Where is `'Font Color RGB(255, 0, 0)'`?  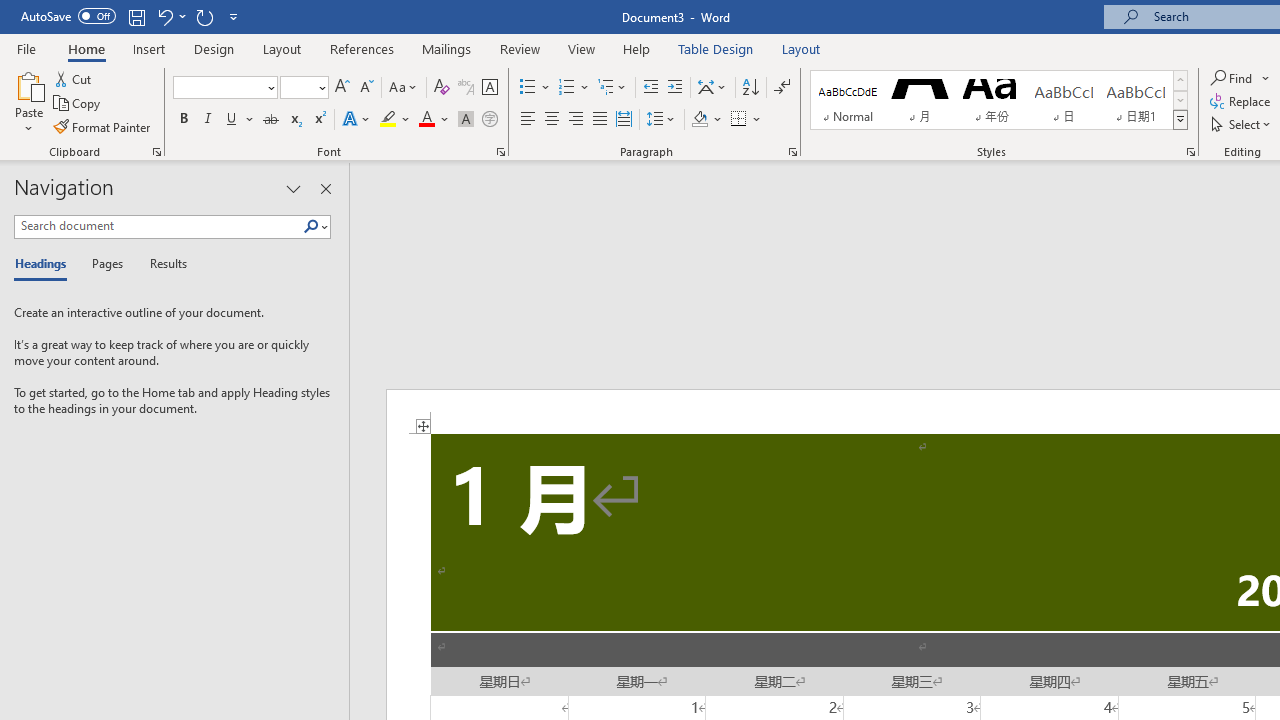
'Font Color RGB(255, 0, 0)' is located at coordinates (425, 119).